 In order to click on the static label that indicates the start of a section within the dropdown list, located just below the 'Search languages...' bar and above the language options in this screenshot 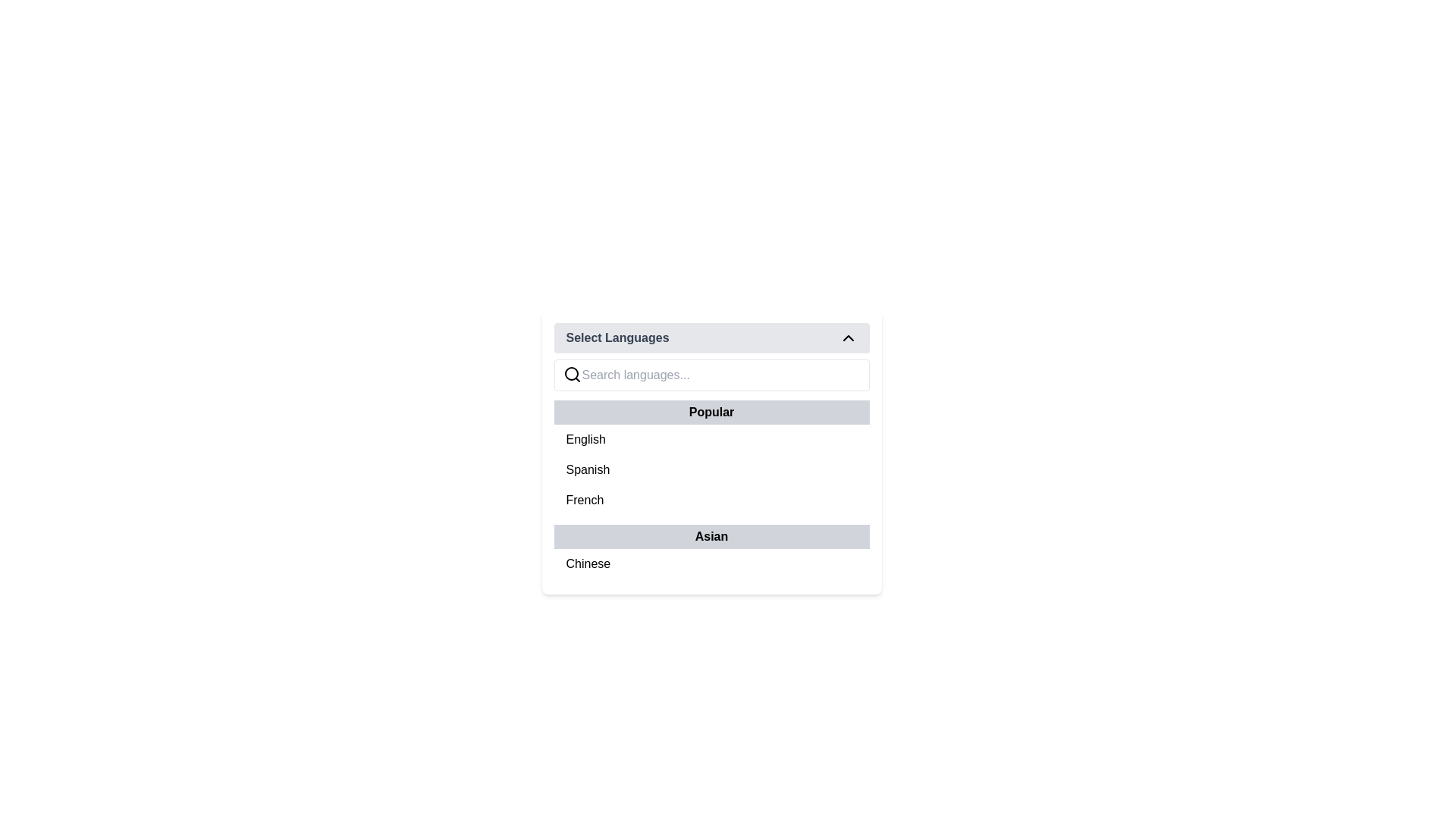, I will do `click(711, 412)`.